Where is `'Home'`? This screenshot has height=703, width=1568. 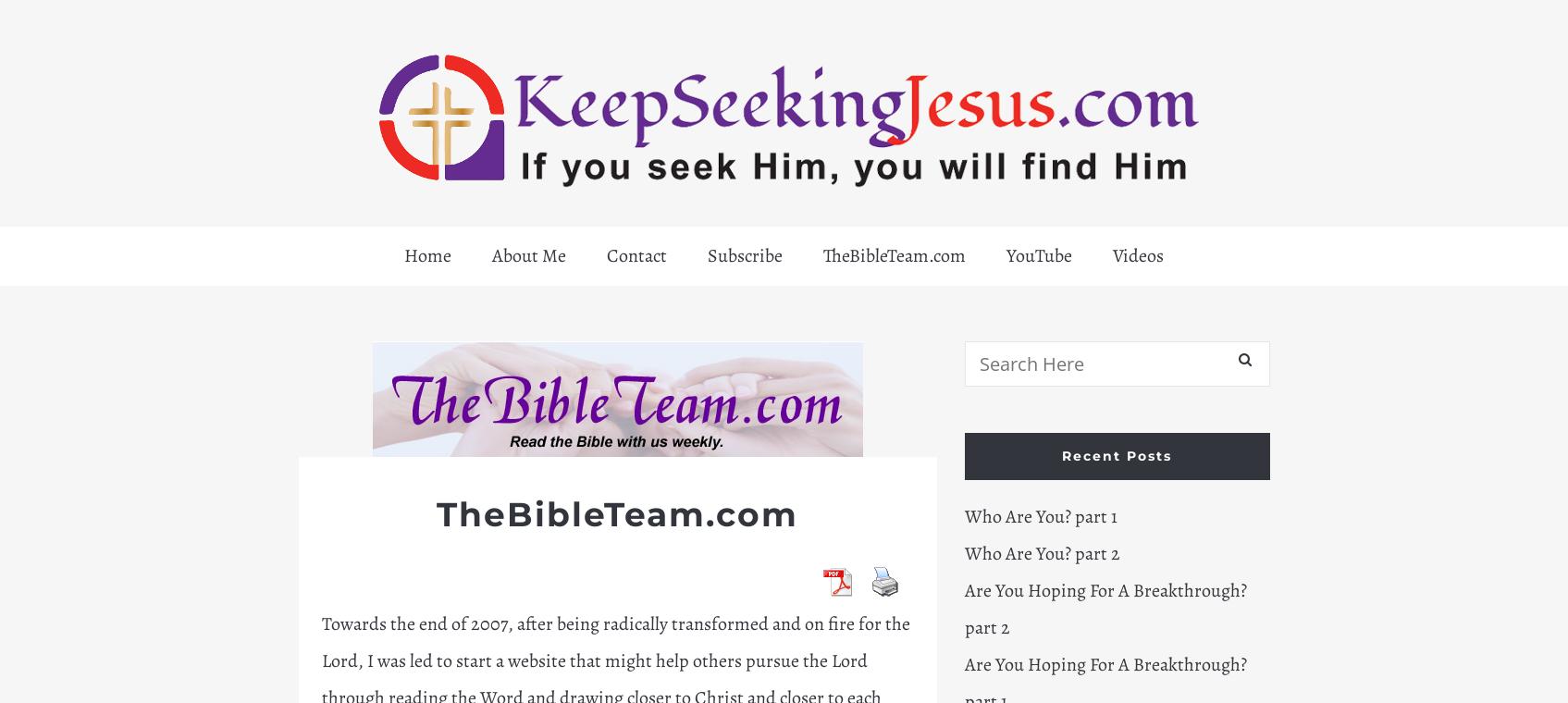
'Home' is located at coordinates (426, 254).